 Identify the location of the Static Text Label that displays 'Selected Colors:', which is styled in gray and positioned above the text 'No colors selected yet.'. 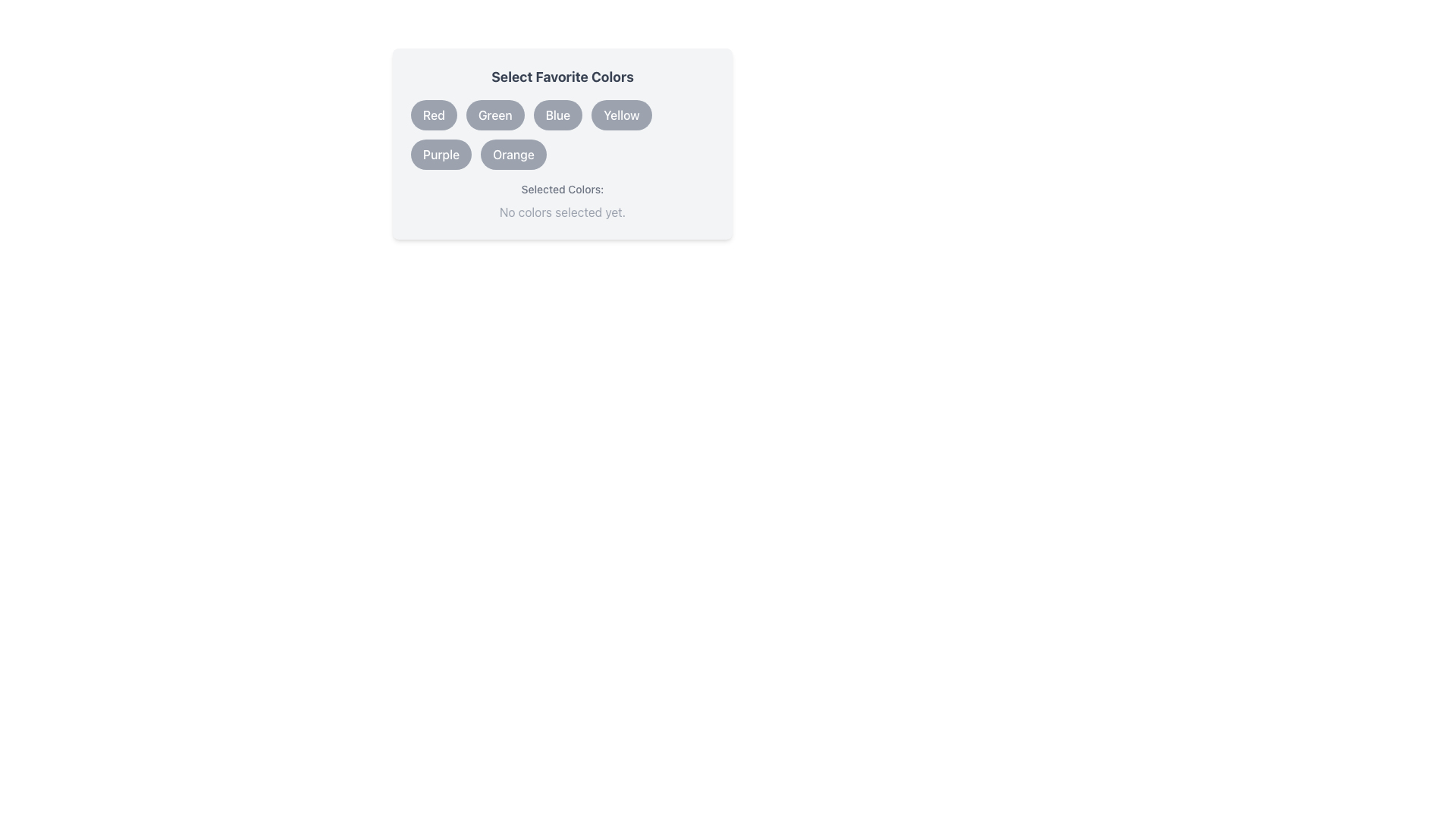
(562, 189).